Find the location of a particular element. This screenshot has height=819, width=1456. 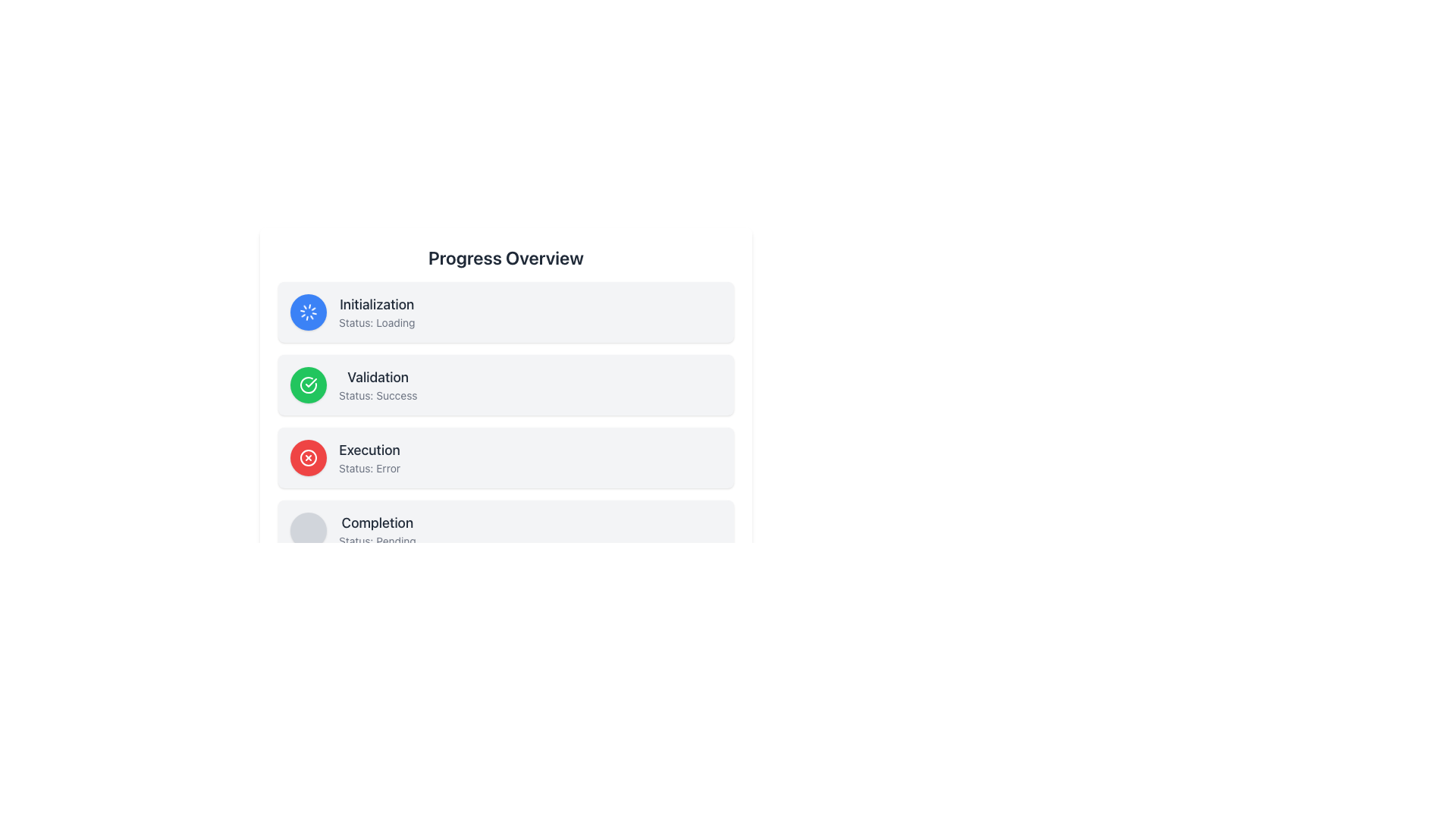

the third Informative status card indicating an error in the 'Execution' task is located at coordinates (506, 457).